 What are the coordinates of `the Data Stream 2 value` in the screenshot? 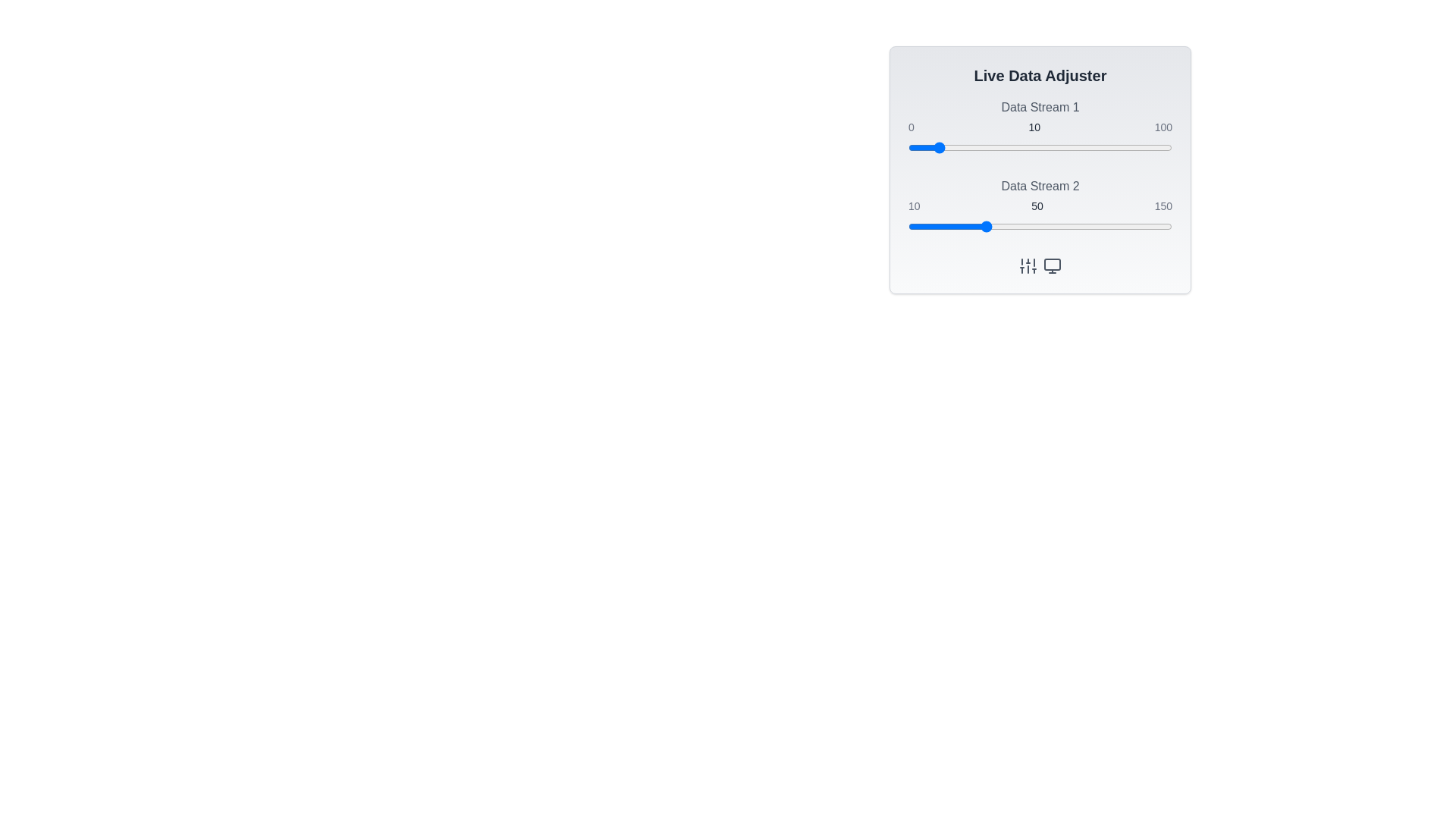 It's located at (1079, 227).